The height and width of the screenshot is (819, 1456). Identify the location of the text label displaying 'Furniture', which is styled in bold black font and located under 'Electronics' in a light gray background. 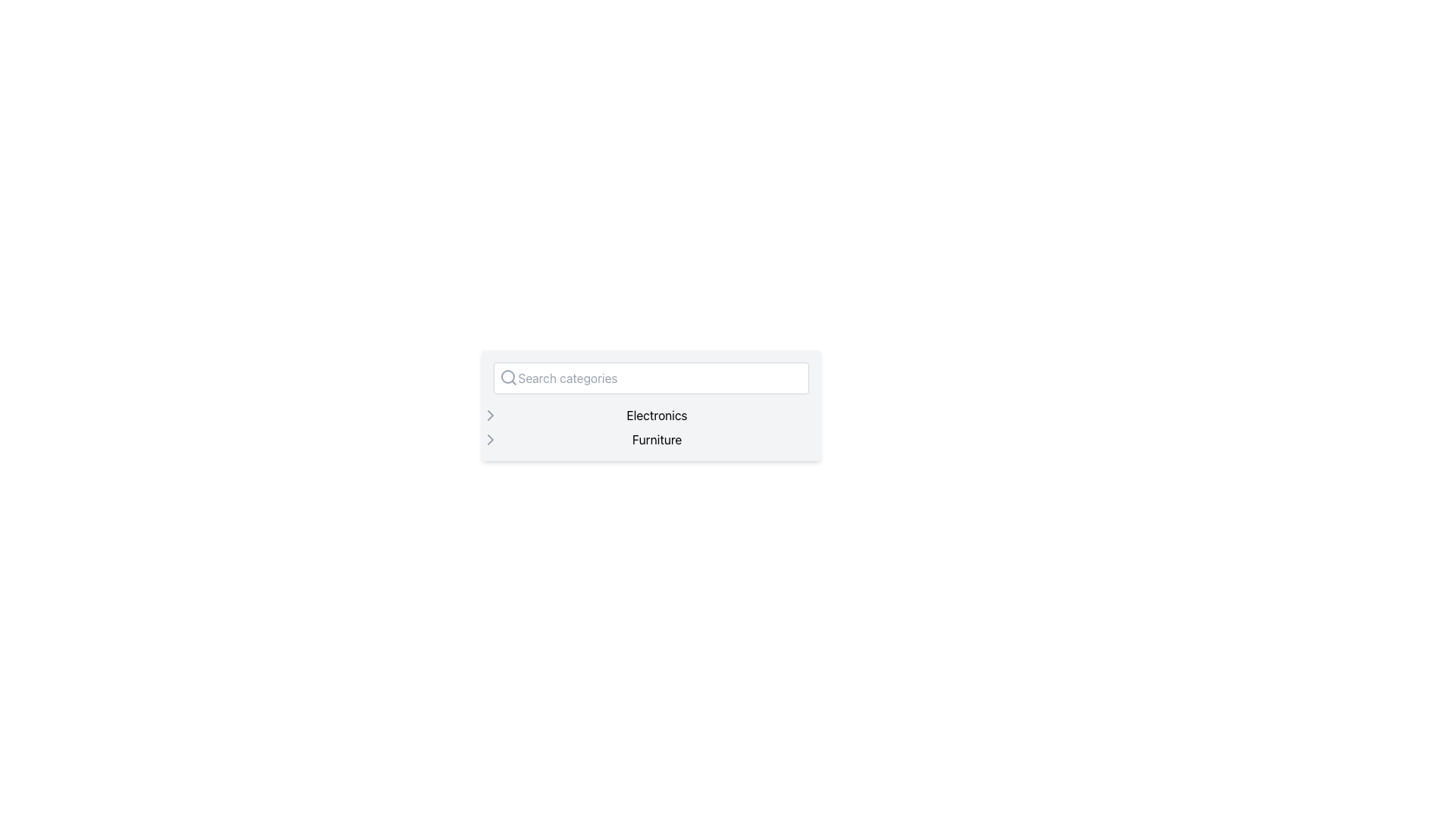
(657, 439).